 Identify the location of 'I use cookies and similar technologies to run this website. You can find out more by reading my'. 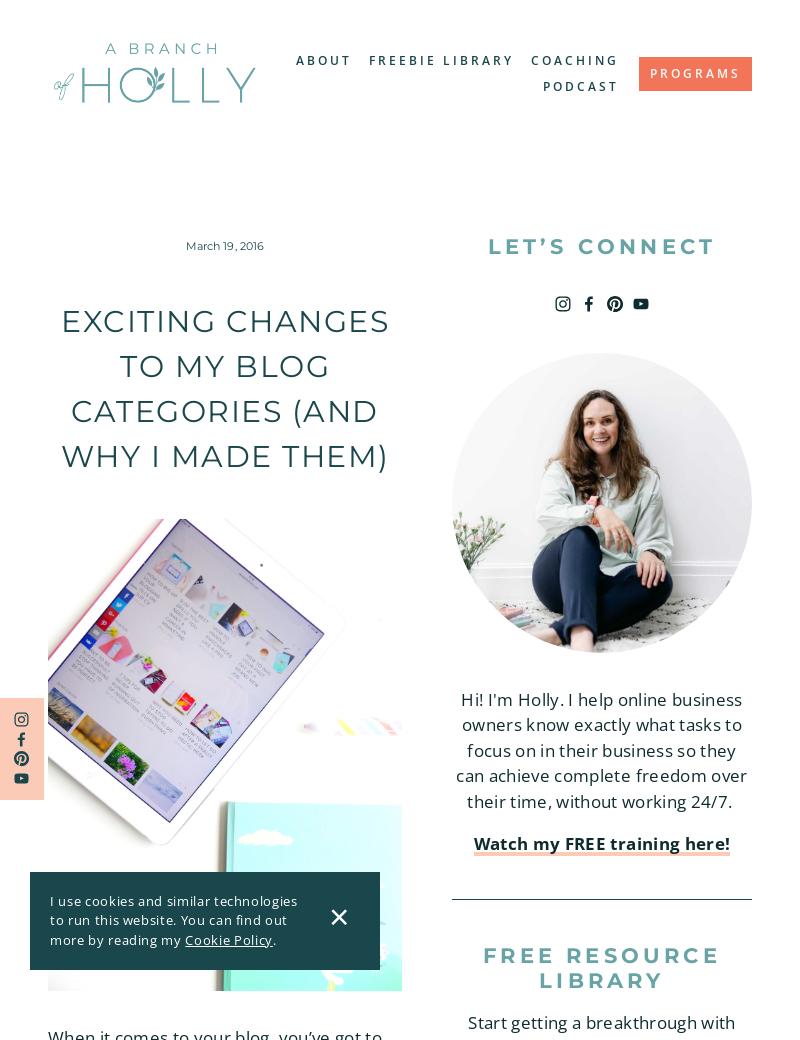
(172, 919).